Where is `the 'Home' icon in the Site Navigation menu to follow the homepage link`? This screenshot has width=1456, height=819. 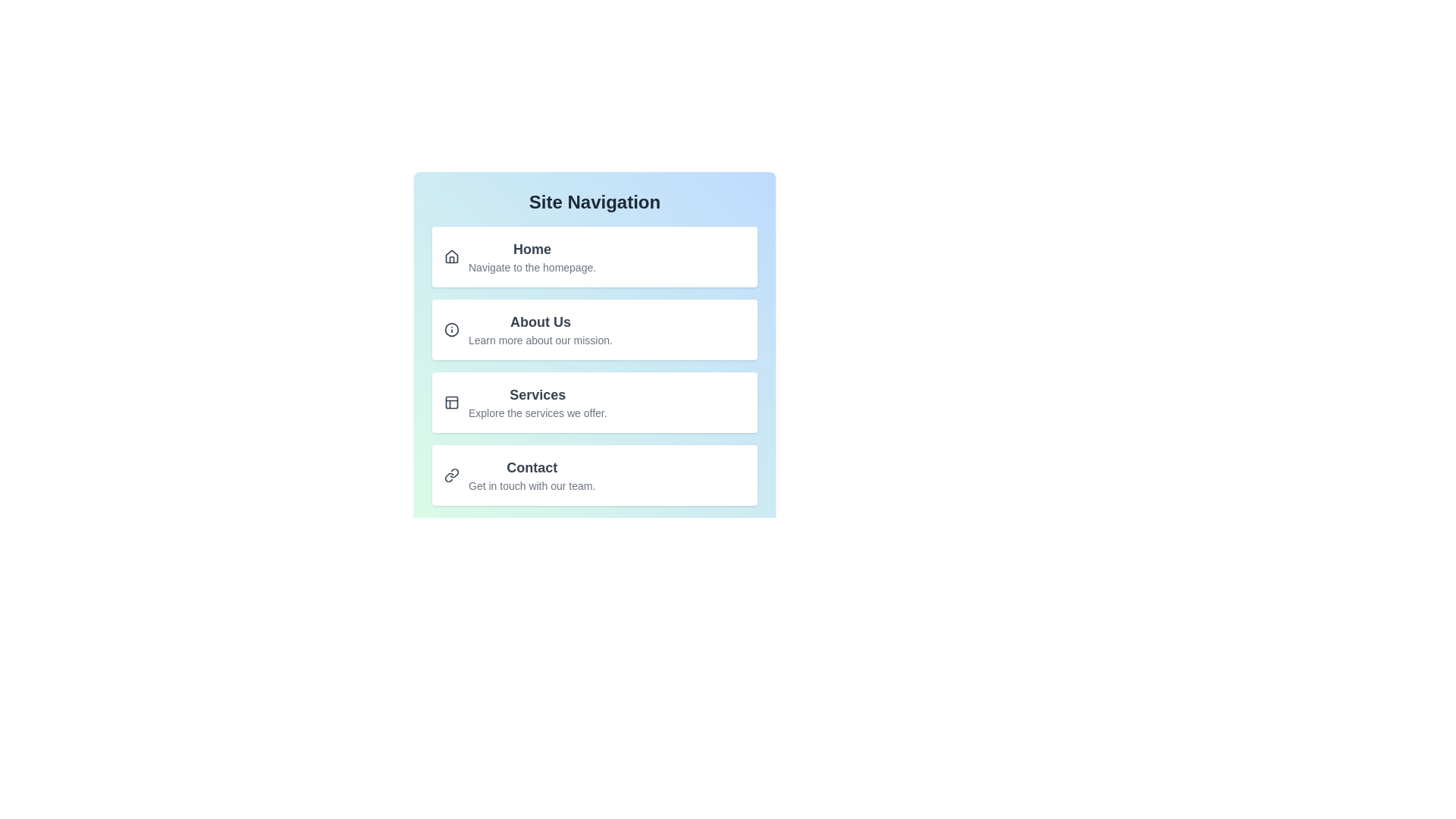 the 'Home' icon in the Site Navigation menu to follow the homepage link is located at coordinates (450, 256).